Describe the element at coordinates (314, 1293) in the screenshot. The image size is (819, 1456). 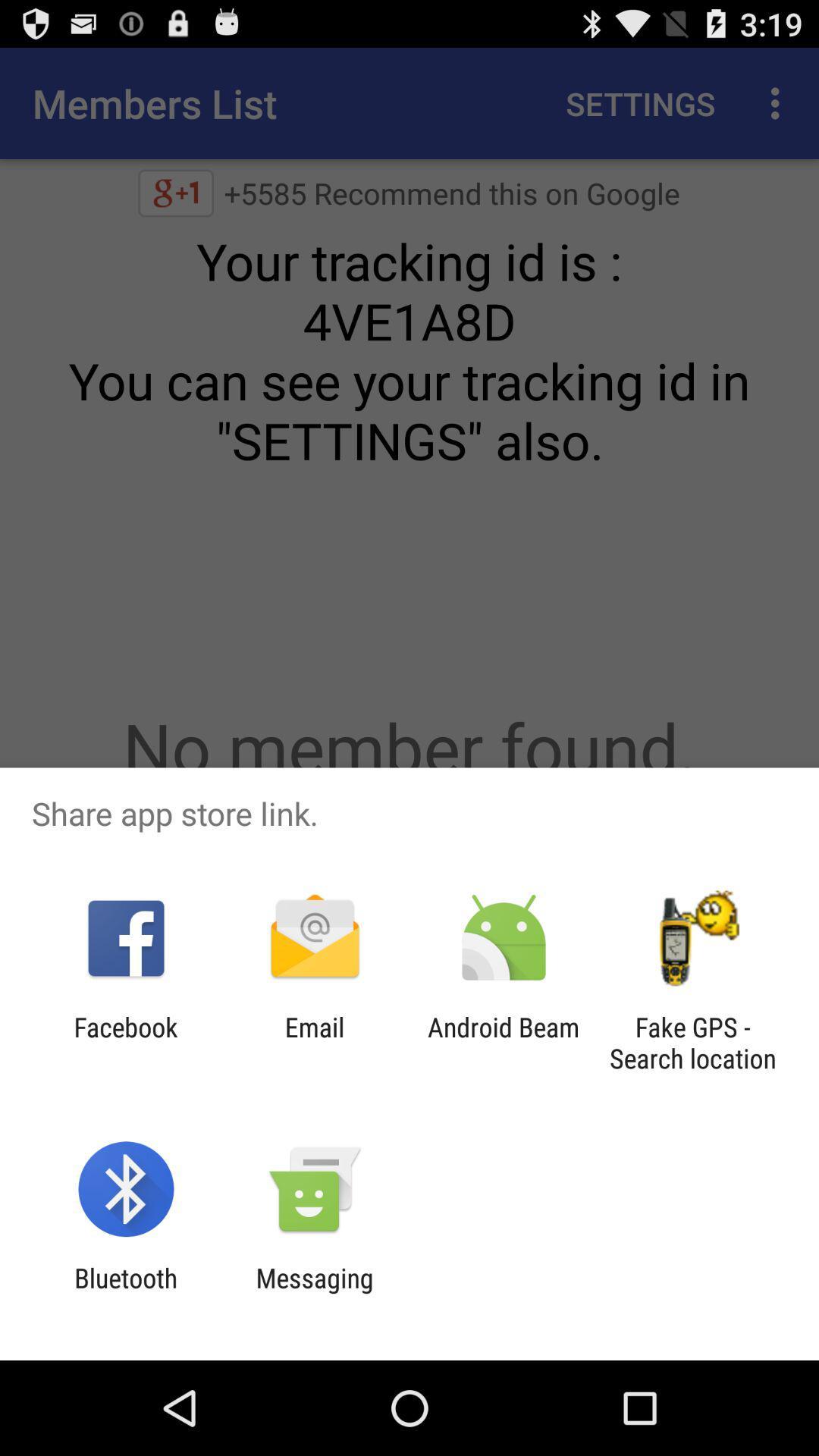
I see `icon next to bluetooth app` at that location.